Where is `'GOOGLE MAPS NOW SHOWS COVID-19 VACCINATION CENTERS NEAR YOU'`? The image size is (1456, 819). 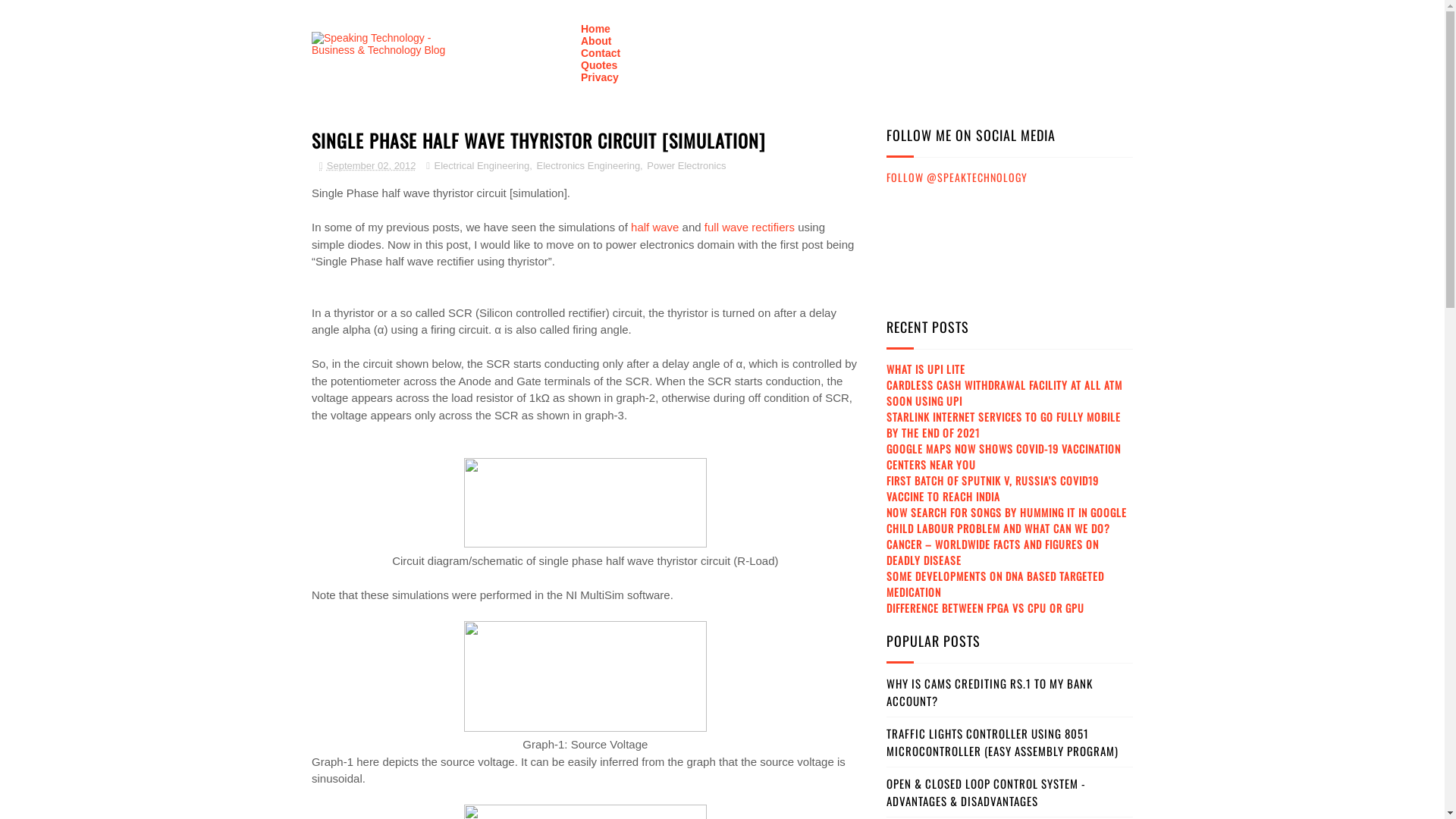
'GOOGLE MAPS NOW SHOWS COVID-19 VACCINATION CENTERS NEAR YOU' is located at coordinates (1003, 455).